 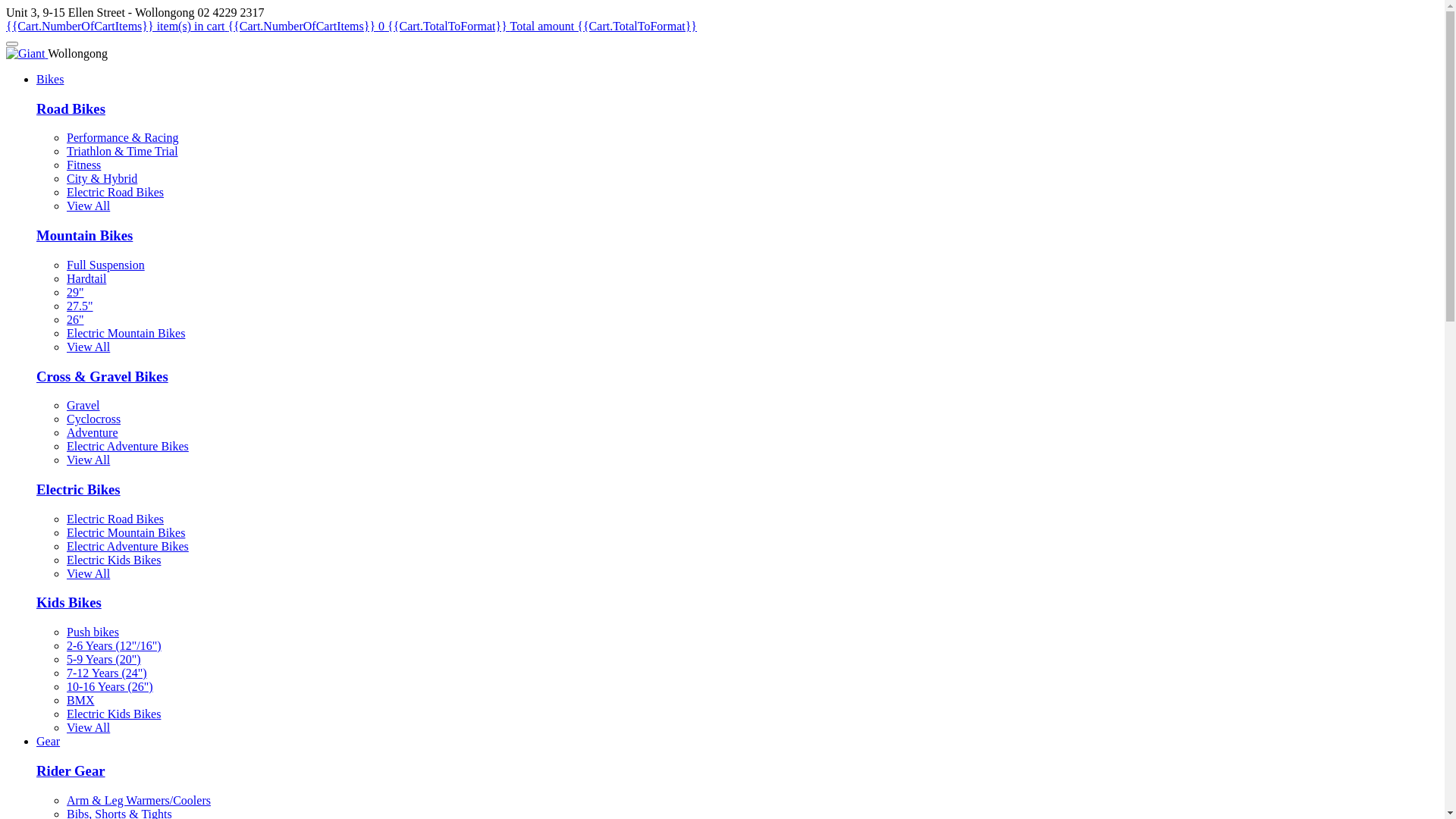 I want to click on 'Push bikes', so click(x=92, y=632).